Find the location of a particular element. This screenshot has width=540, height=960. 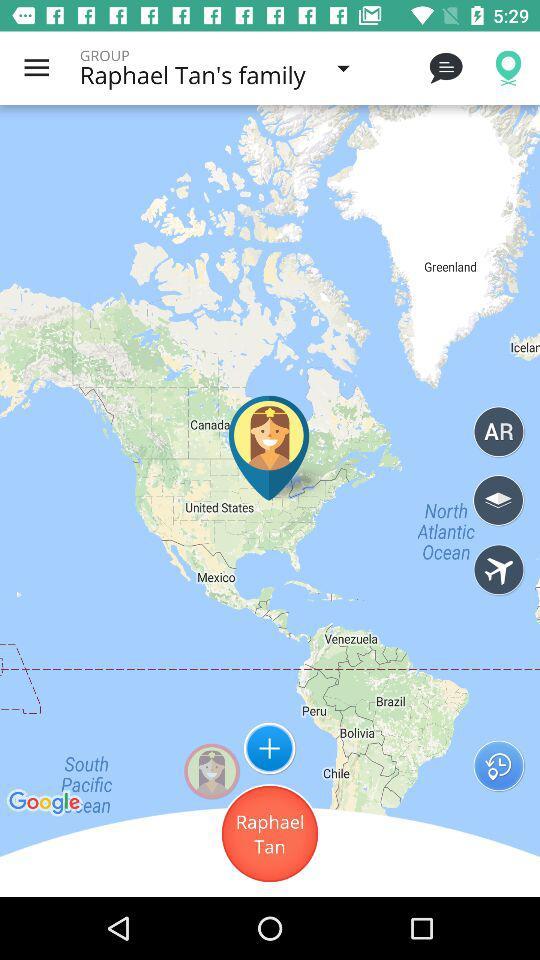

open map layers is located at coordinates (497, 499).